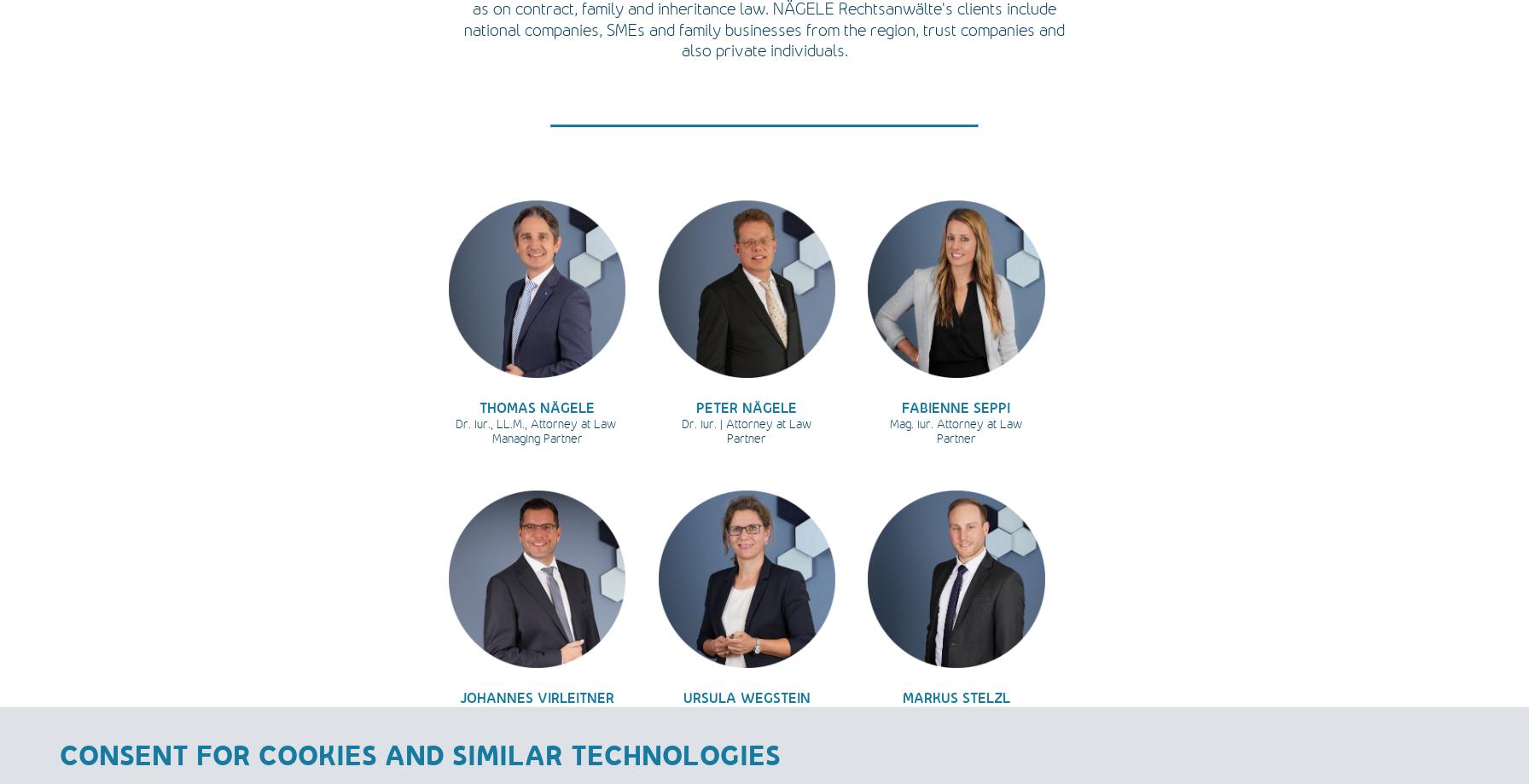 Image resolution: width=1529 pixels, height=784 pixels. What do you see at coordinates (901, 696) in the screenshot?
I see `'MARKUS STELZL'` at bounding box center [901, 696].